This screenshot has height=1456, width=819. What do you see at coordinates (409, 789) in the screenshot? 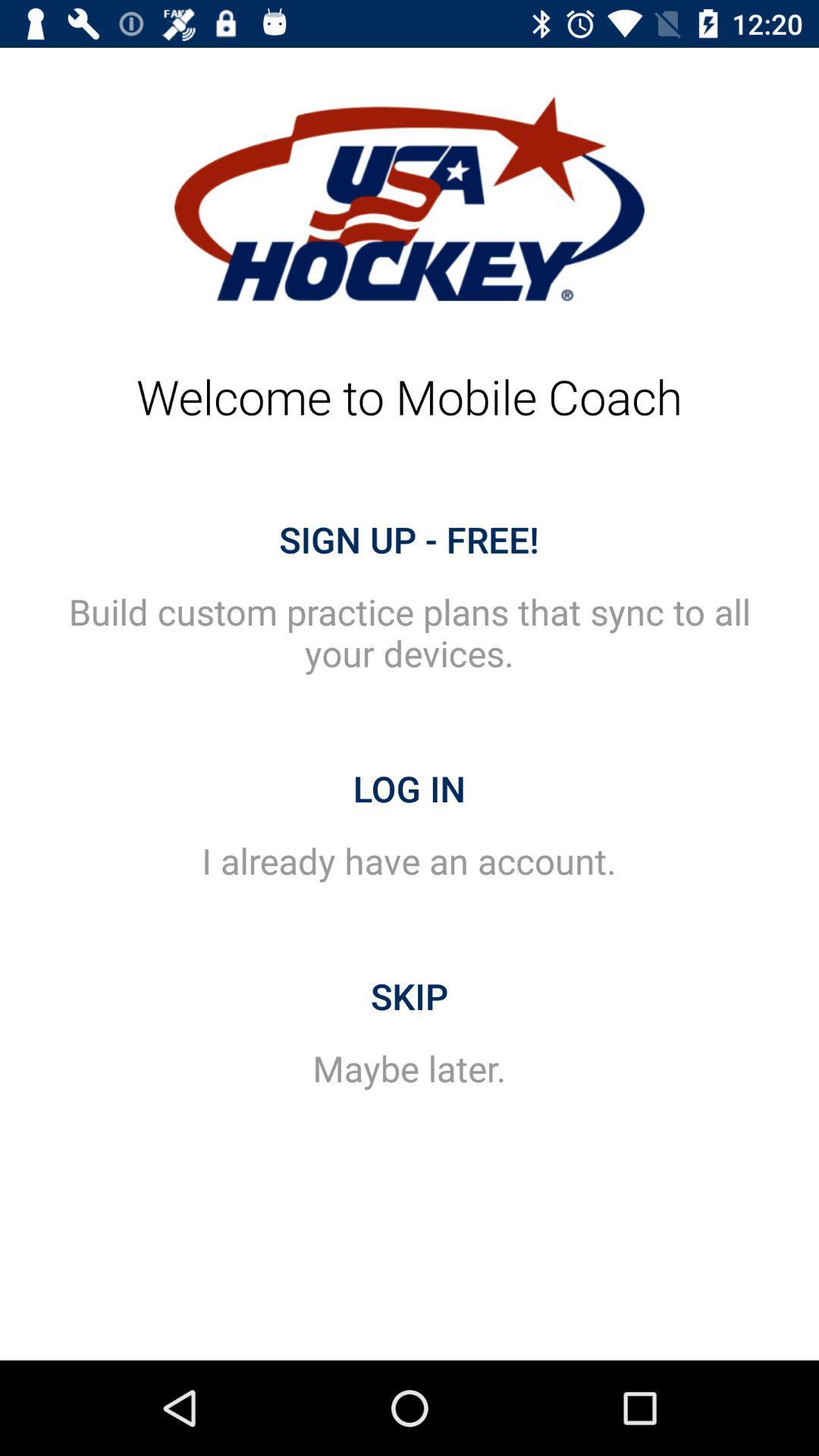
I see `the log in` at bounding box center [409, 789].